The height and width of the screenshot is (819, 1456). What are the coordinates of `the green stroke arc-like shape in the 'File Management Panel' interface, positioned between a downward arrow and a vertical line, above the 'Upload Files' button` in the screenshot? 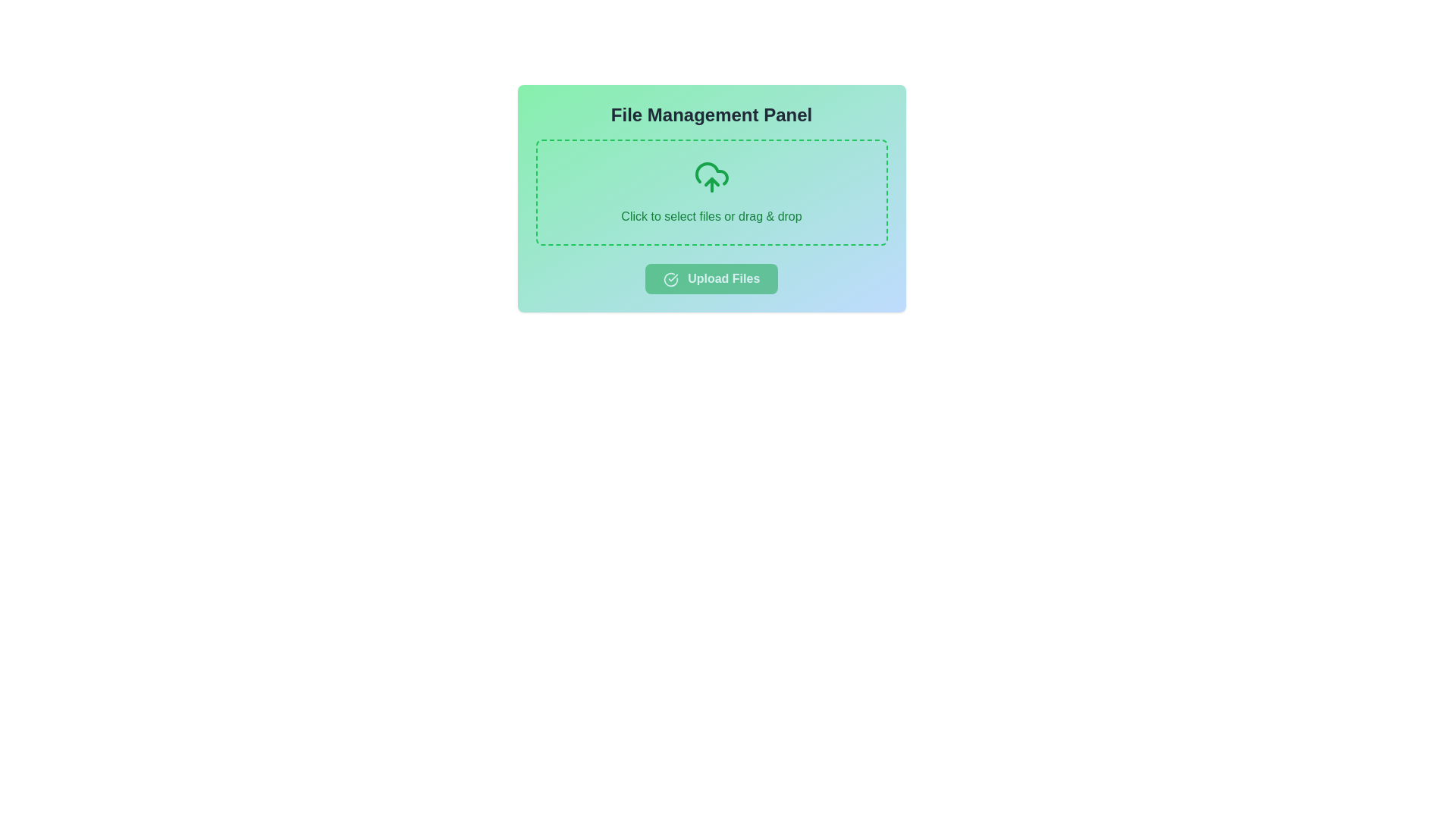 It's located at (711, 173).